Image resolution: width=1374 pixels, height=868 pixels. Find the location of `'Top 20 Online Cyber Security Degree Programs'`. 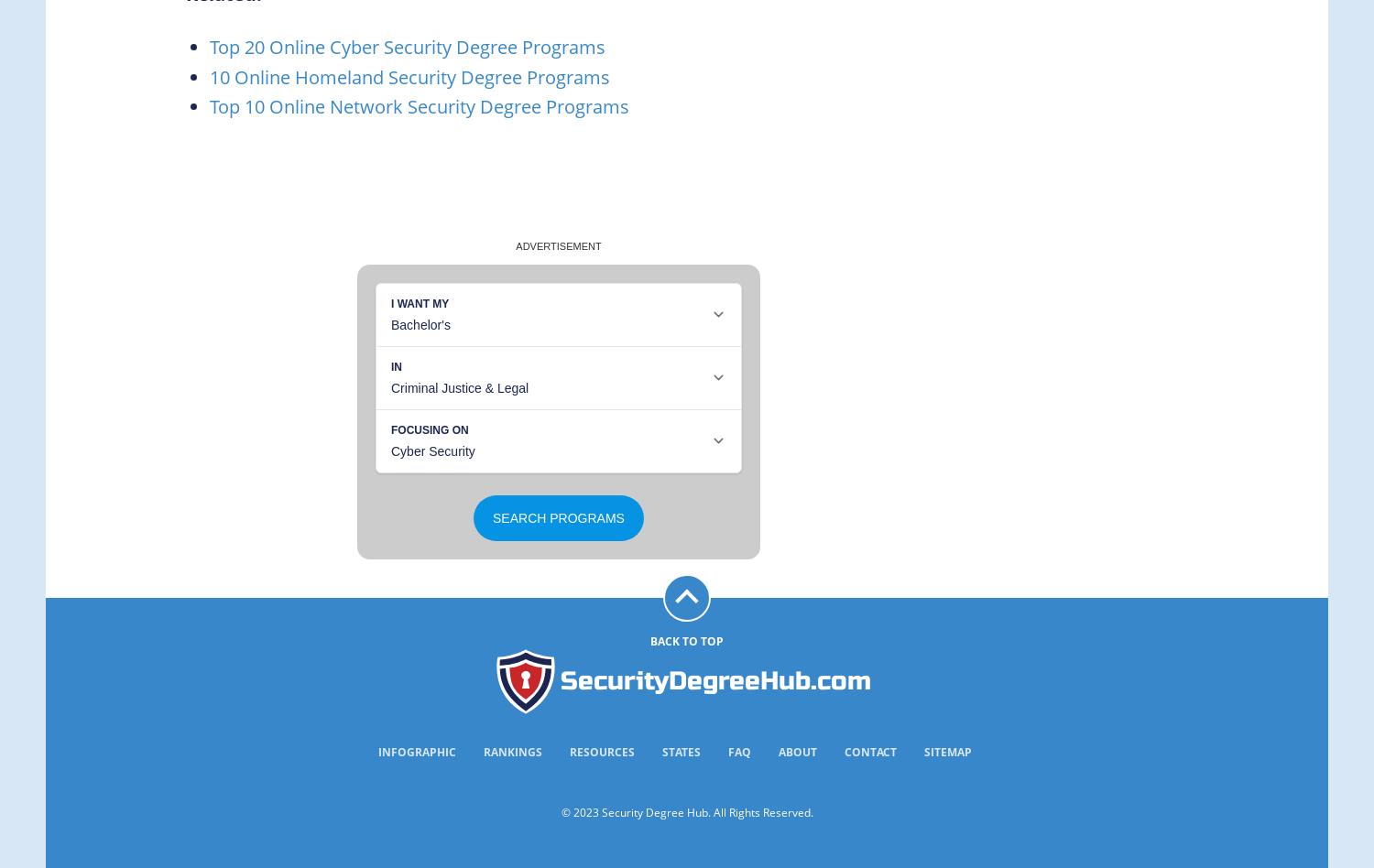

'Top 20 Online Cyber Security Degree Programs' is located at coordinates (209, 47).